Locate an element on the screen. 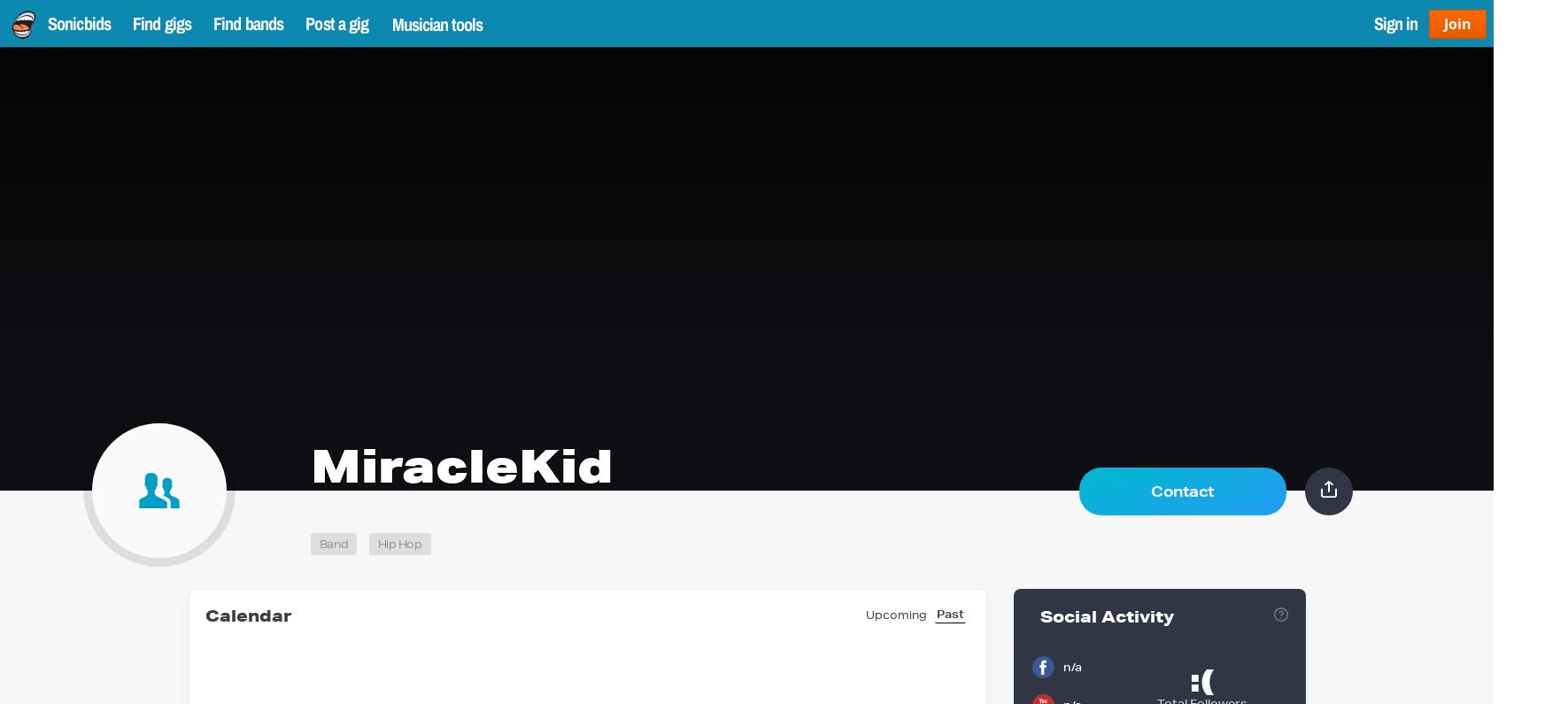  'Musician tools' is located at coordinates (436, 22).